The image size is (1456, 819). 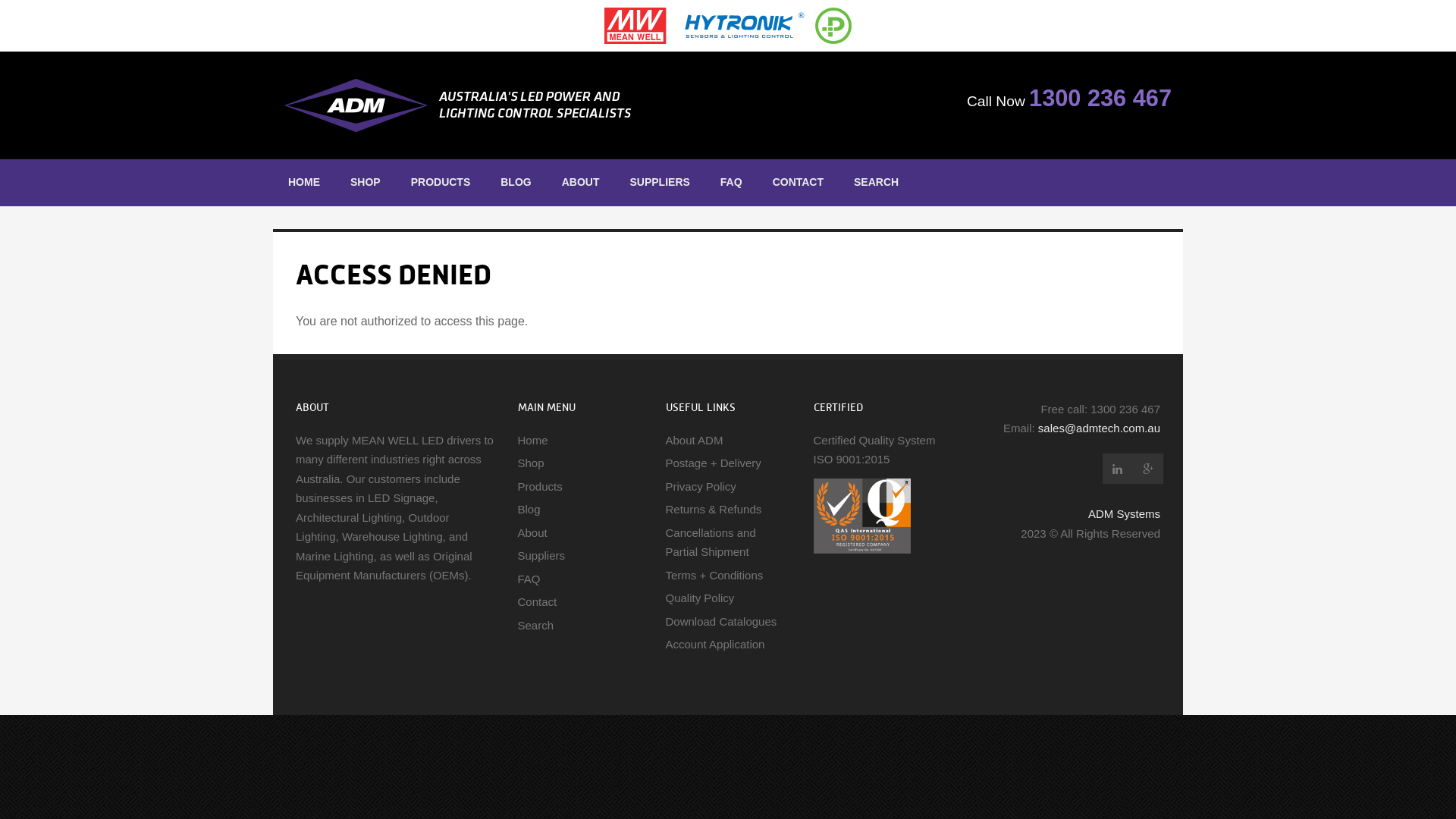 I want to click on 'Download Catalogues', so click(x=720, y=621).